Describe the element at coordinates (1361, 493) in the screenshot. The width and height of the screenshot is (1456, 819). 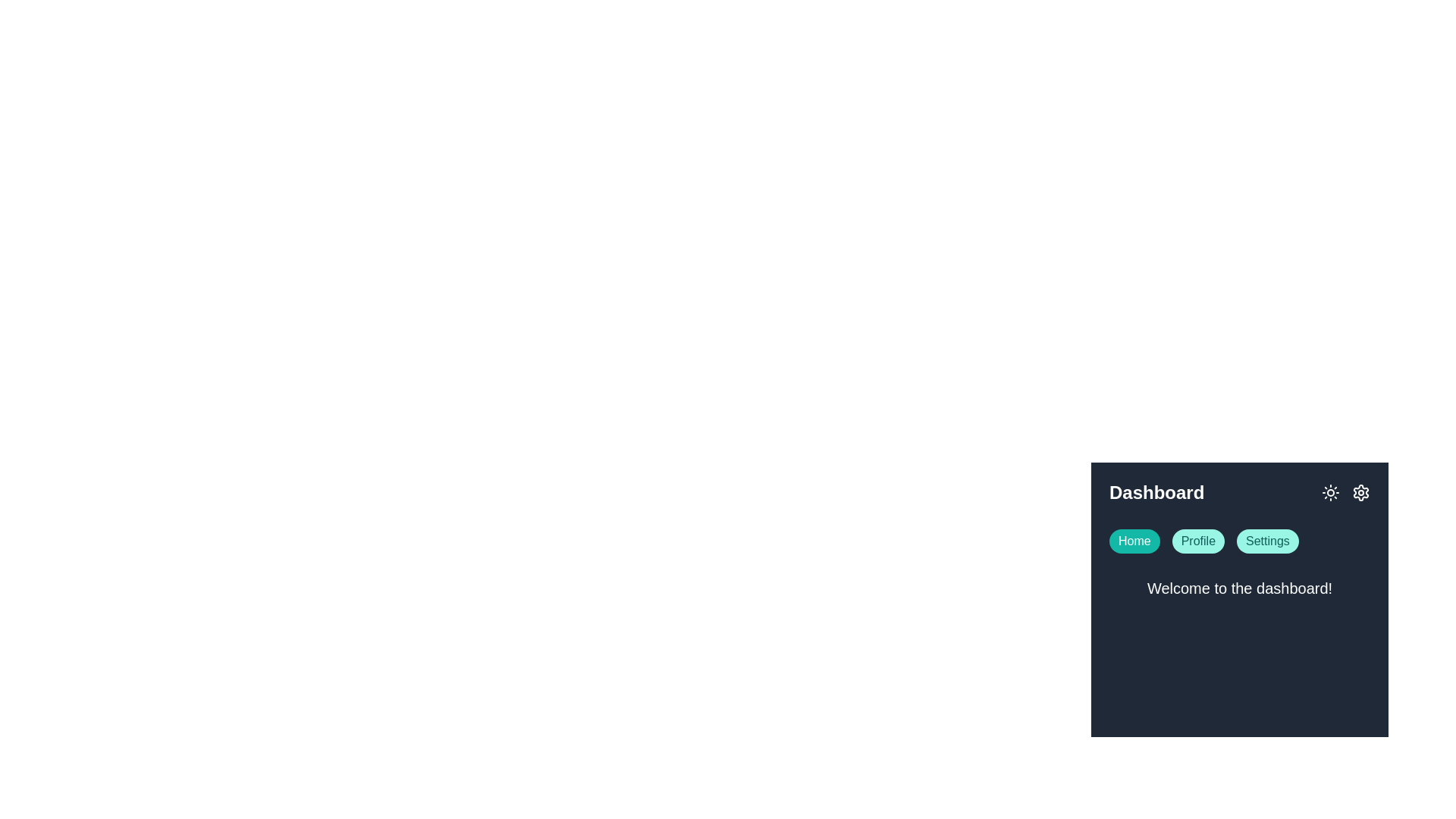
I see `the settings icon located in the upper-right corner of the dashboard interface` at that location.